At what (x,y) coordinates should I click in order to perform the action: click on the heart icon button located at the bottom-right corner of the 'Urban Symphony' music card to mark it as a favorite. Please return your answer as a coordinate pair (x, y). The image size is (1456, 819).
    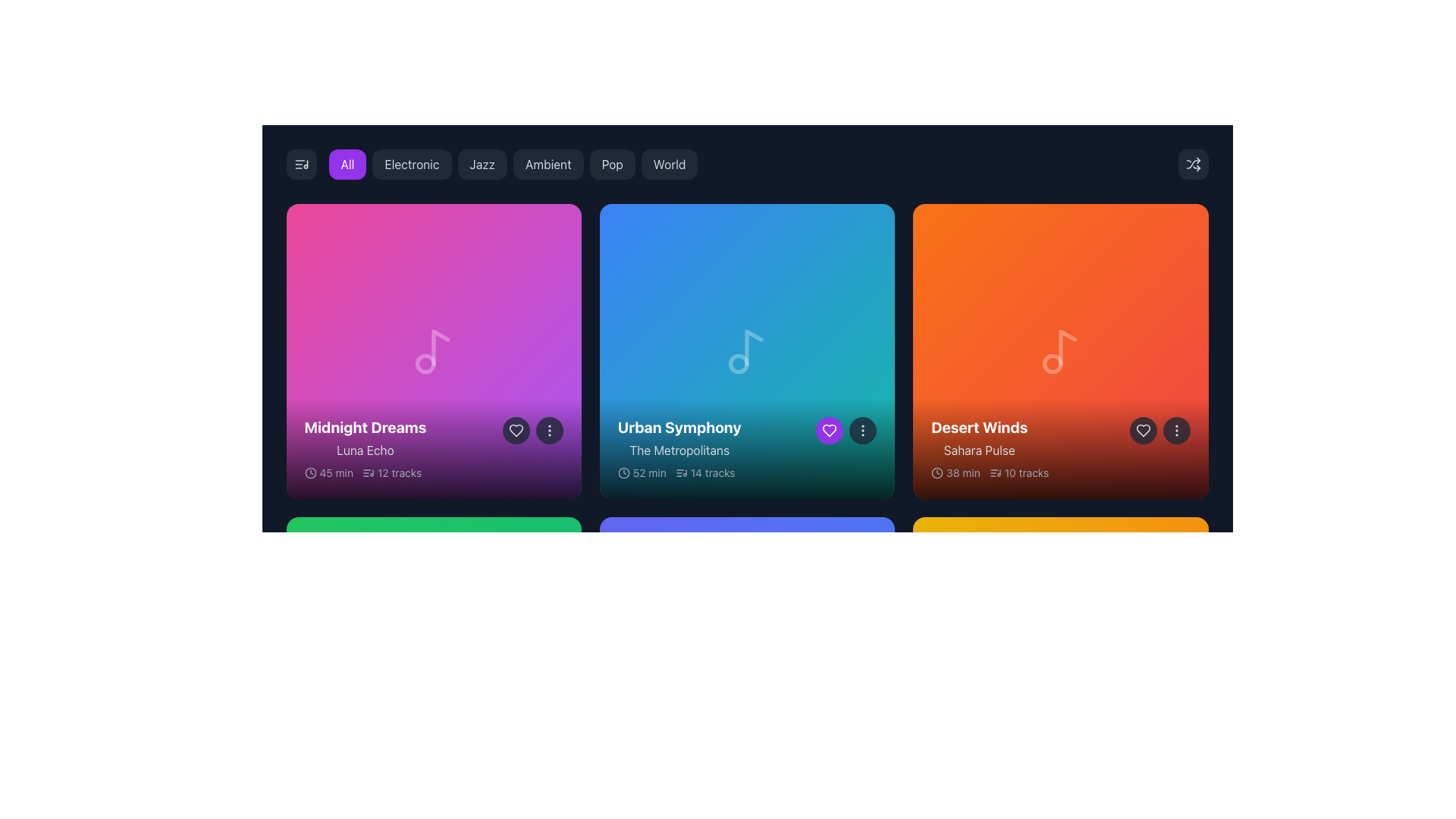
    Looking at the image, I should click on (829, 431).